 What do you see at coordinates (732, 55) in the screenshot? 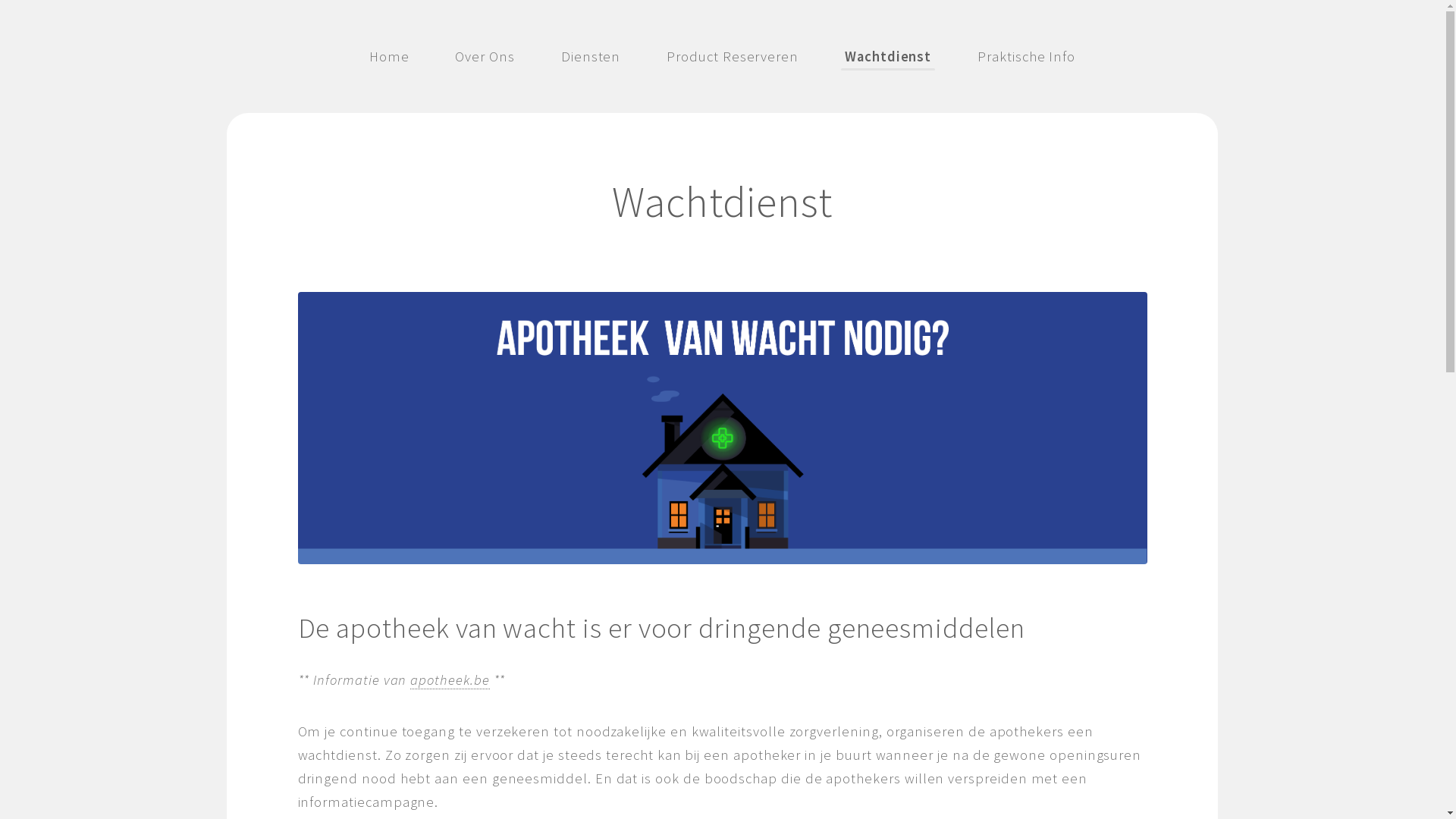
I see `'Product Reserveren'` at bounding box center [732, 55].